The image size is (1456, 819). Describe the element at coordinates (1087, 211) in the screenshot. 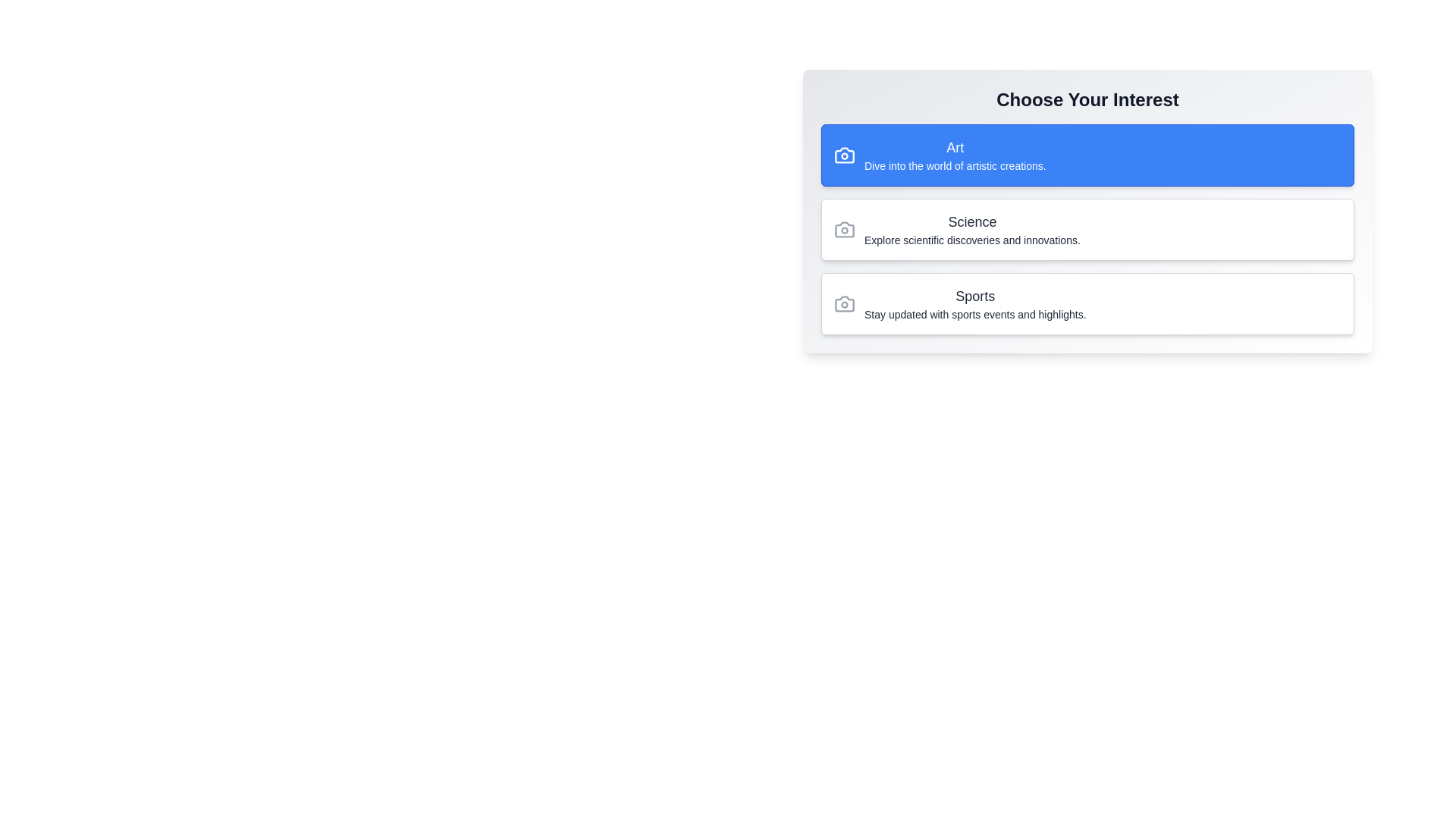

I see `to select the 'Science' option, which is the second item in the list under 'Choose Your Interest', located below the 'Art' section and above the 'Sports' section` at that location.